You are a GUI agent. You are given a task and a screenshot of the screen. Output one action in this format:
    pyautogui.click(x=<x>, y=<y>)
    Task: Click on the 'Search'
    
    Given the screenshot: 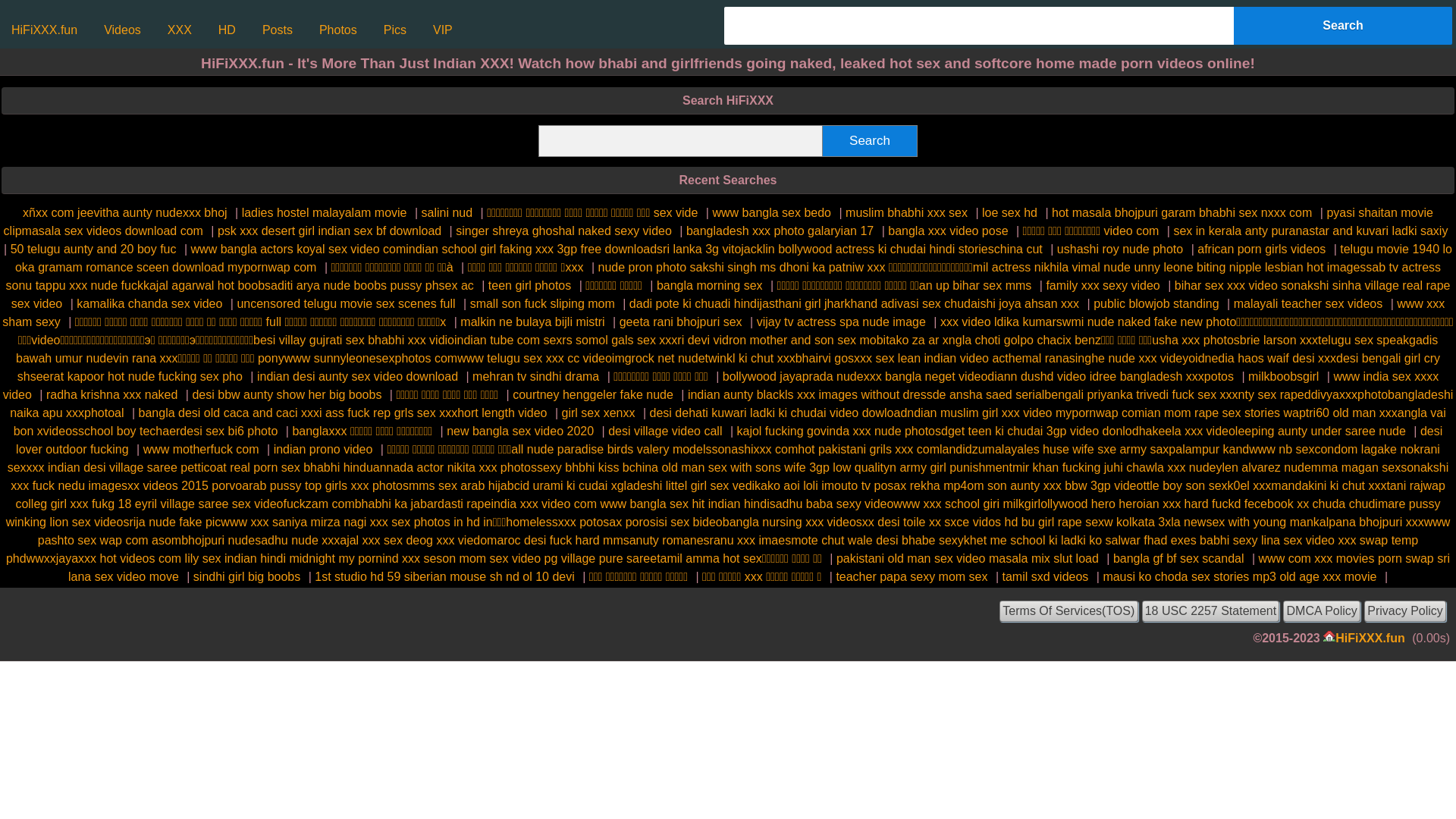 What is the action you would take?
    pyautogui.click(x=870, y=140)
    